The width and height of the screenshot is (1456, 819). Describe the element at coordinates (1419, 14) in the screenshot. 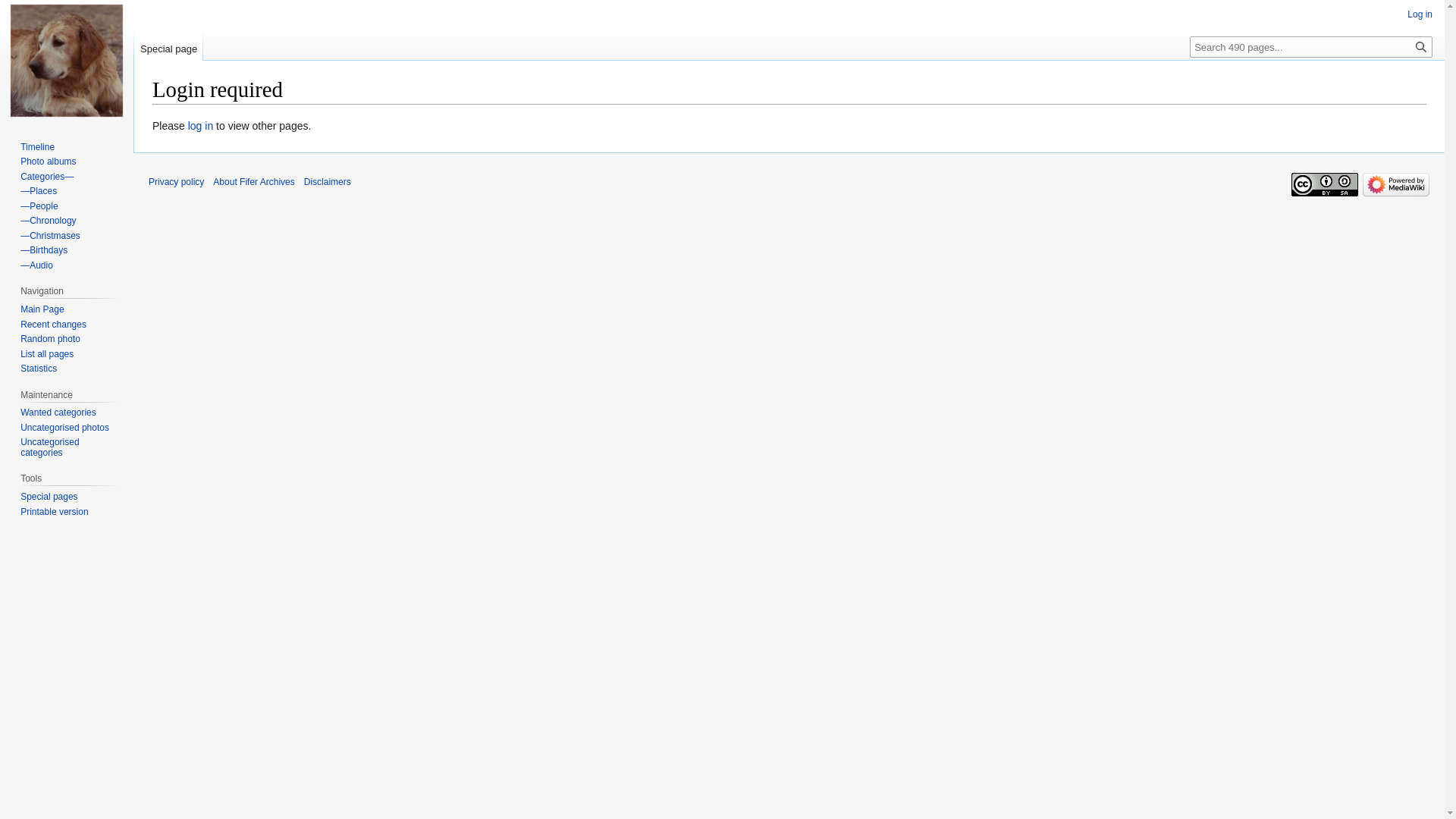

I see `'Log in'` at that location.